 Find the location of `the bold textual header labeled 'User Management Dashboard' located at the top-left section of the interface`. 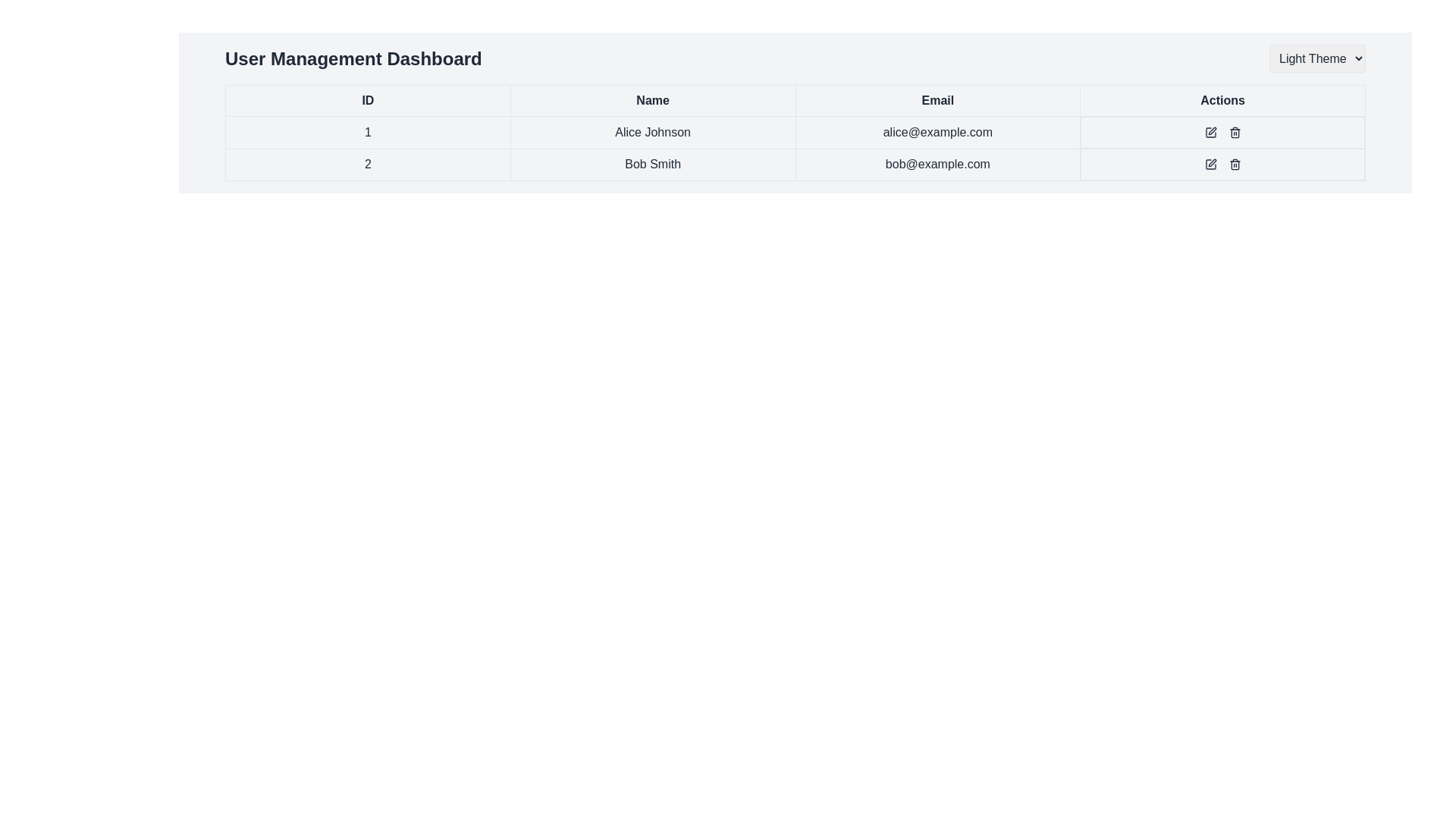

the bold textual header labeled 'User Management Dashboard' located at the top-left section of the interface is located at coordinates (353, 58).